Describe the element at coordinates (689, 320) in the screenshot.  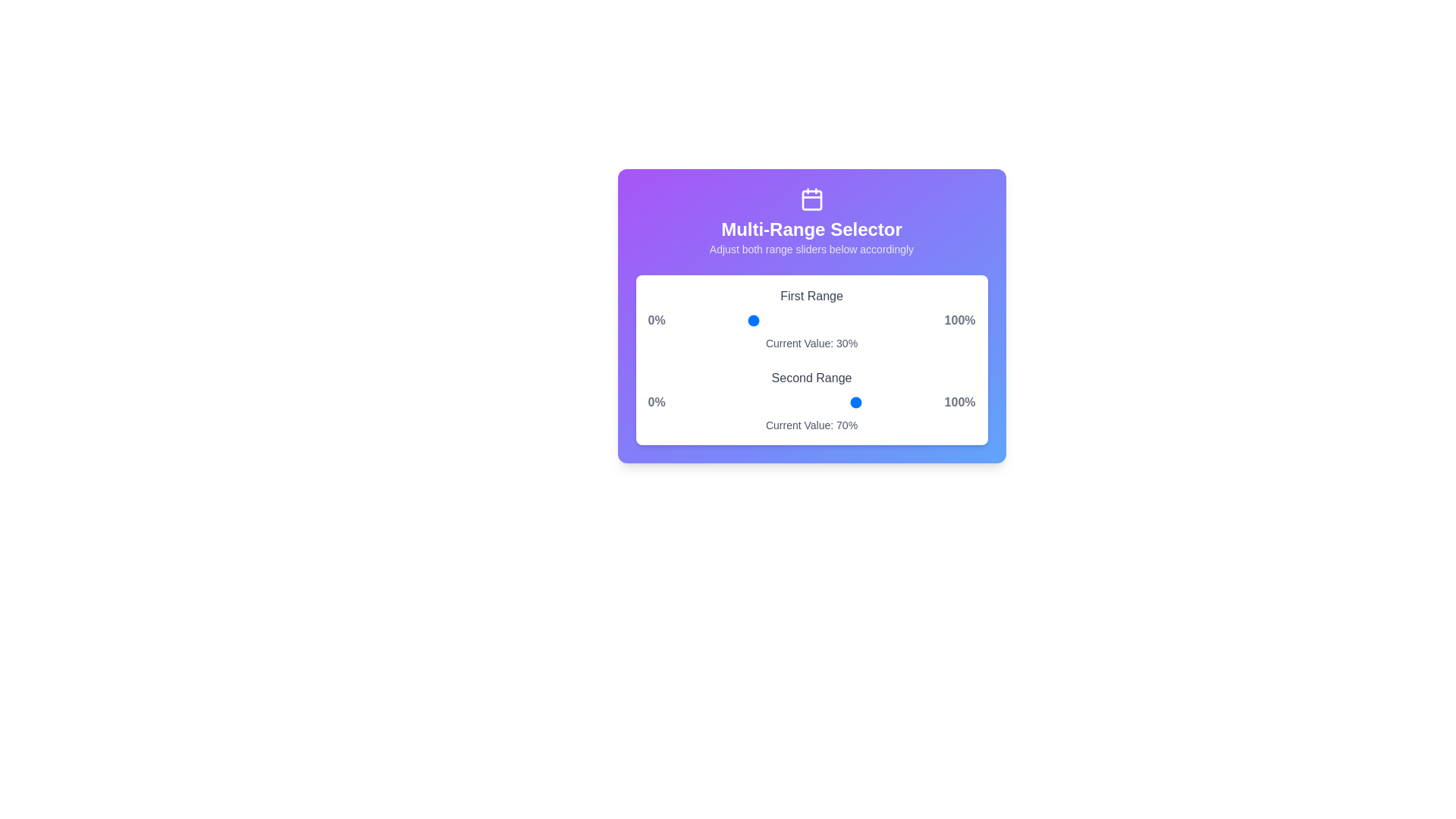
I see `the first range slider value` at that location.